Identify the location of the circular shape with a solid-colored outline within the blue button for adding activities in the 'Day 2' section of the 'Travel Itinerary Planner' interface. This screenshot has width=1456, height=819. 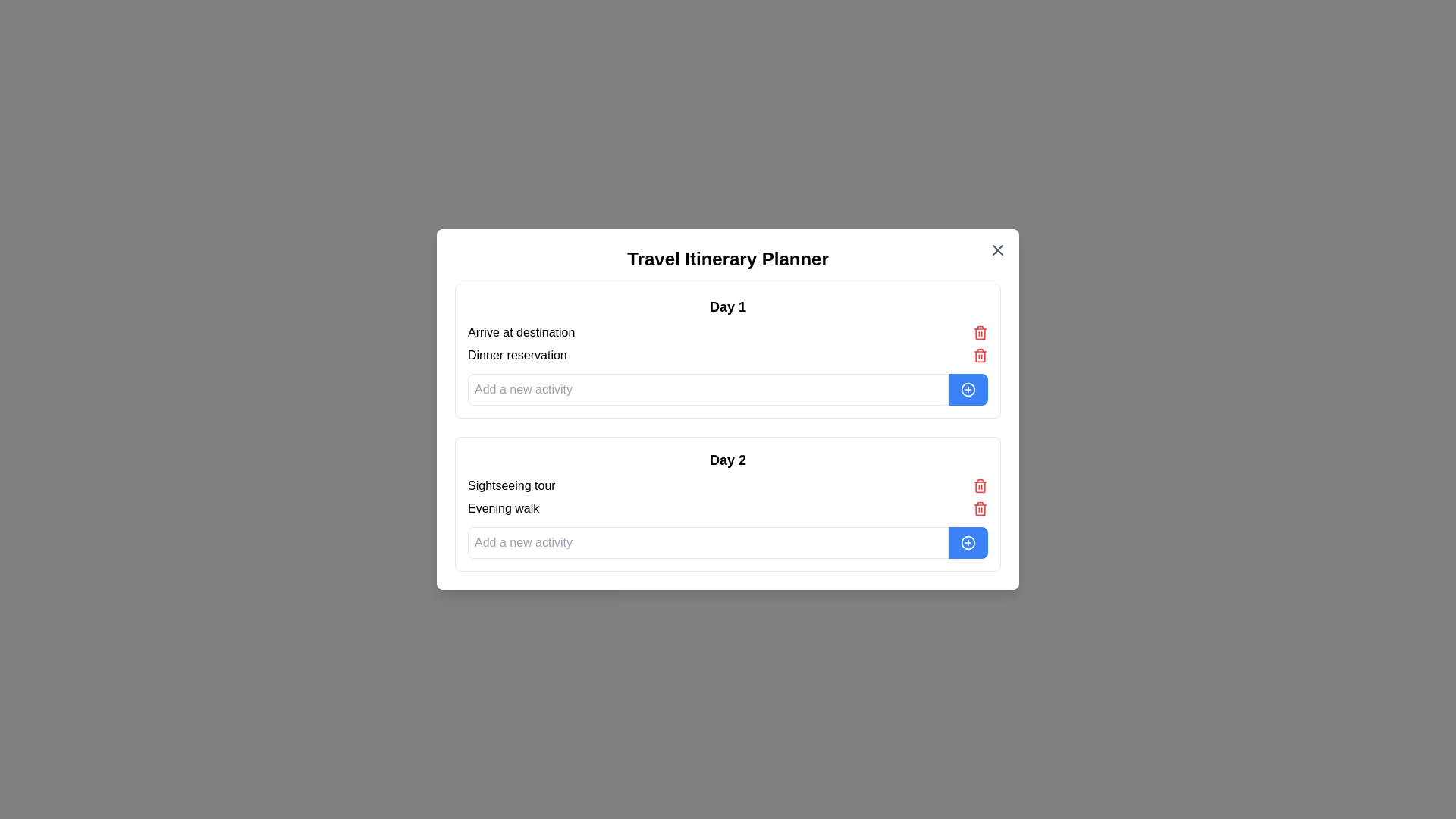
(967, 542).